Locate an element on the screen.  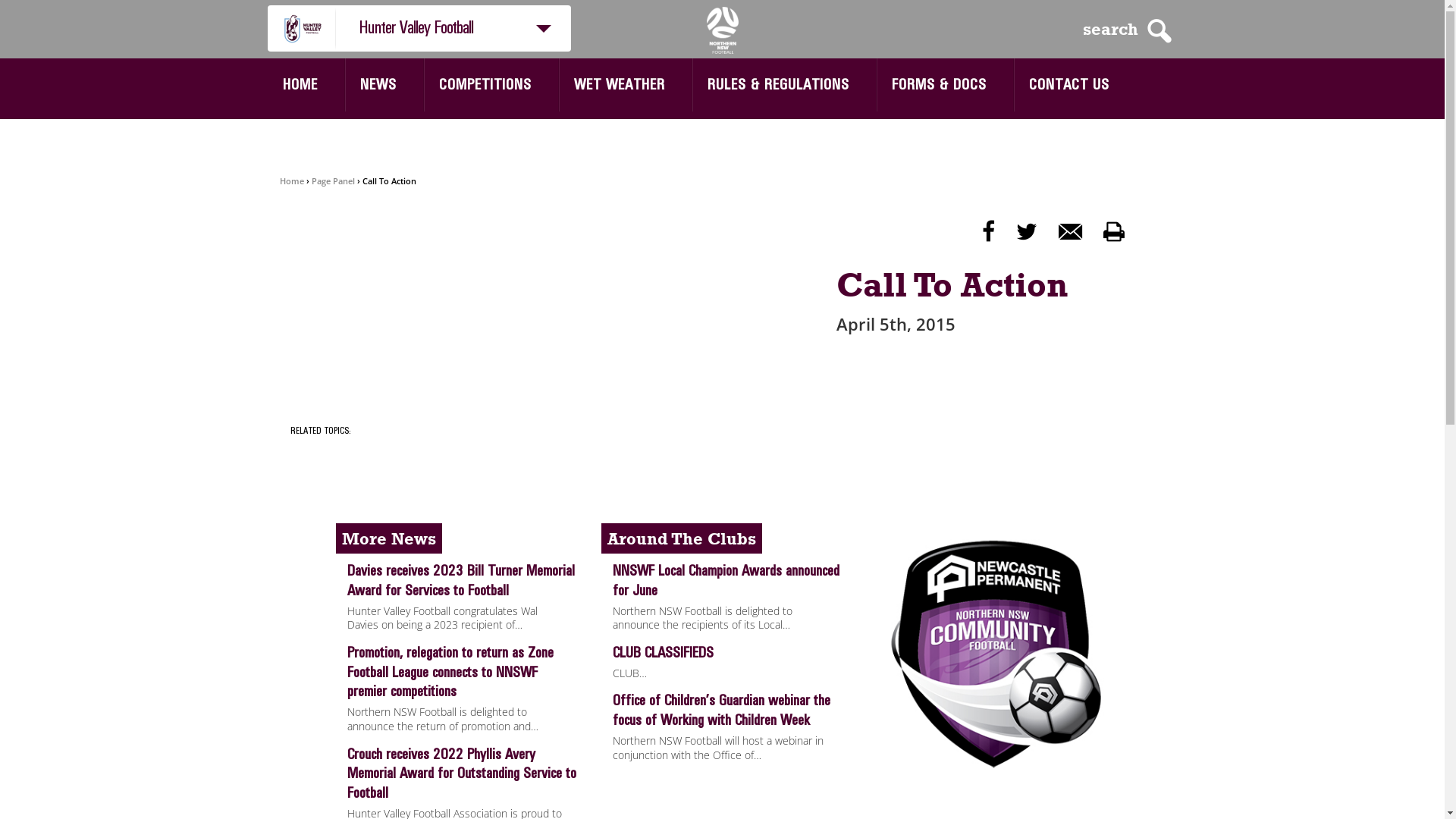
'COMPETITIONS' is located at coordinates (483, 84).